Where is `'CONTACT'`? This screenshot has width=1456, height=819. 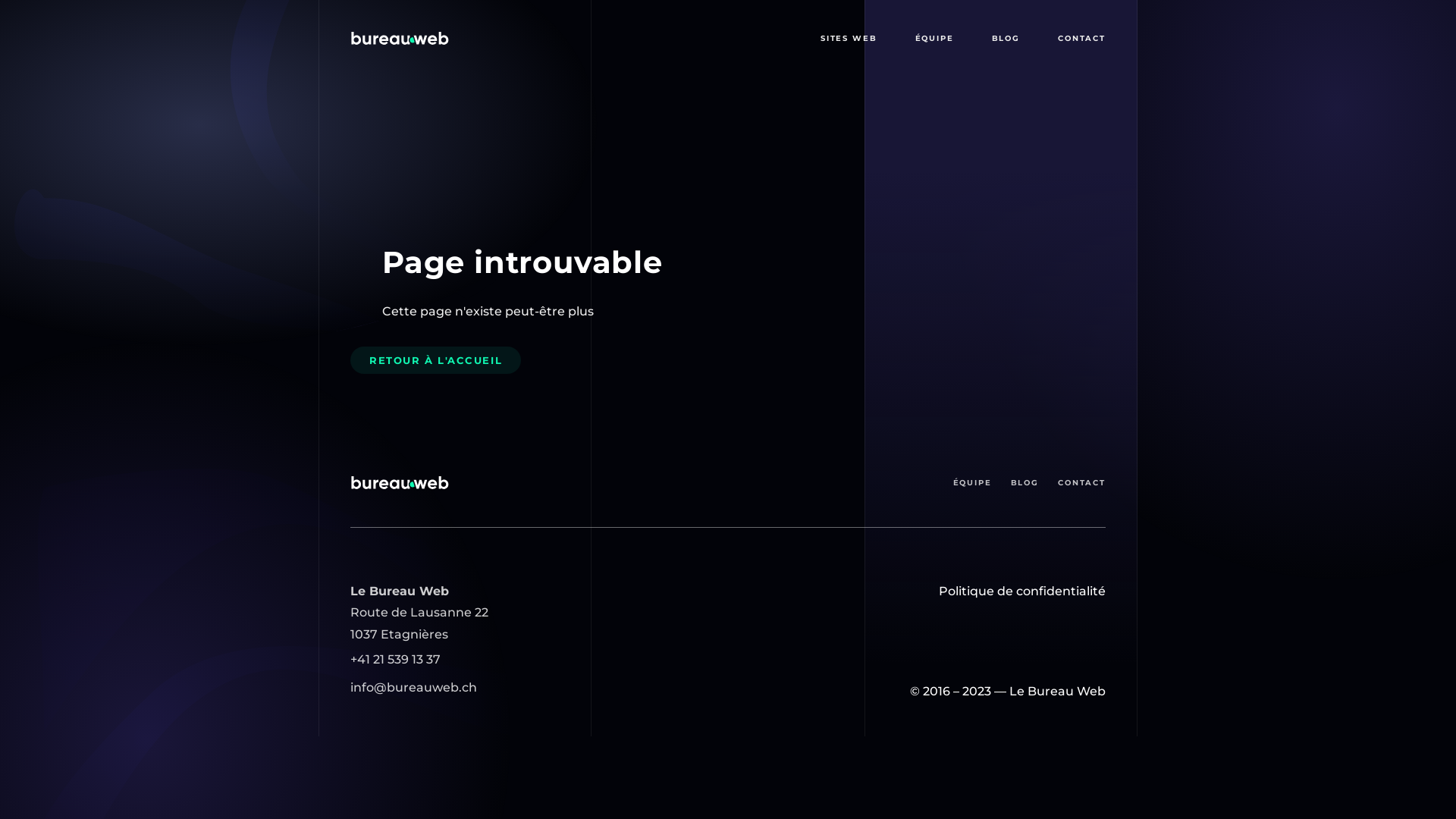
'CONTACT' is located at coordinates (1057, 37).